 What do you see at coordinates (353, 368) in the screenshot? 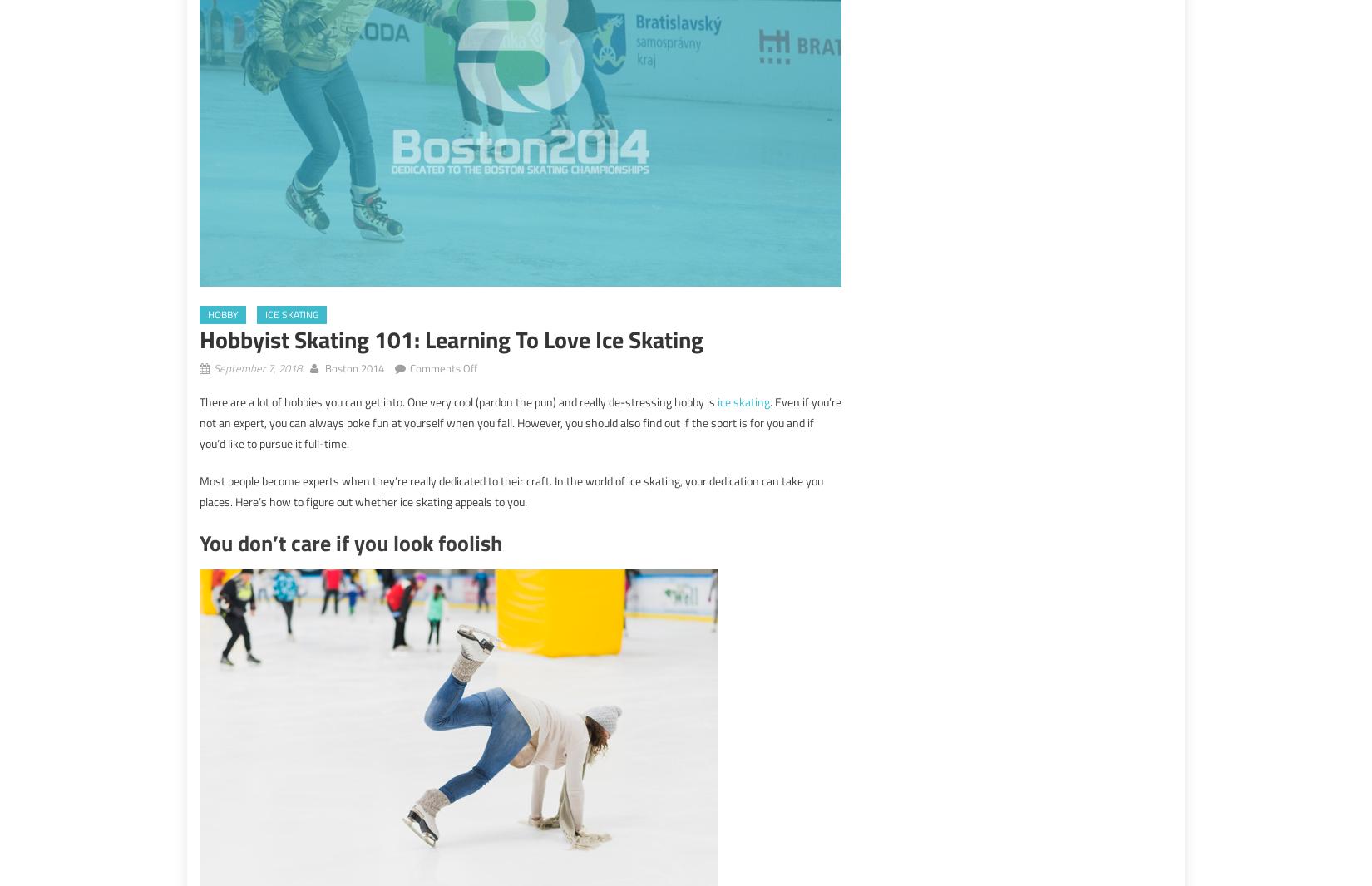
I see `'Boston 2014'` at bounding box center [353, 368].